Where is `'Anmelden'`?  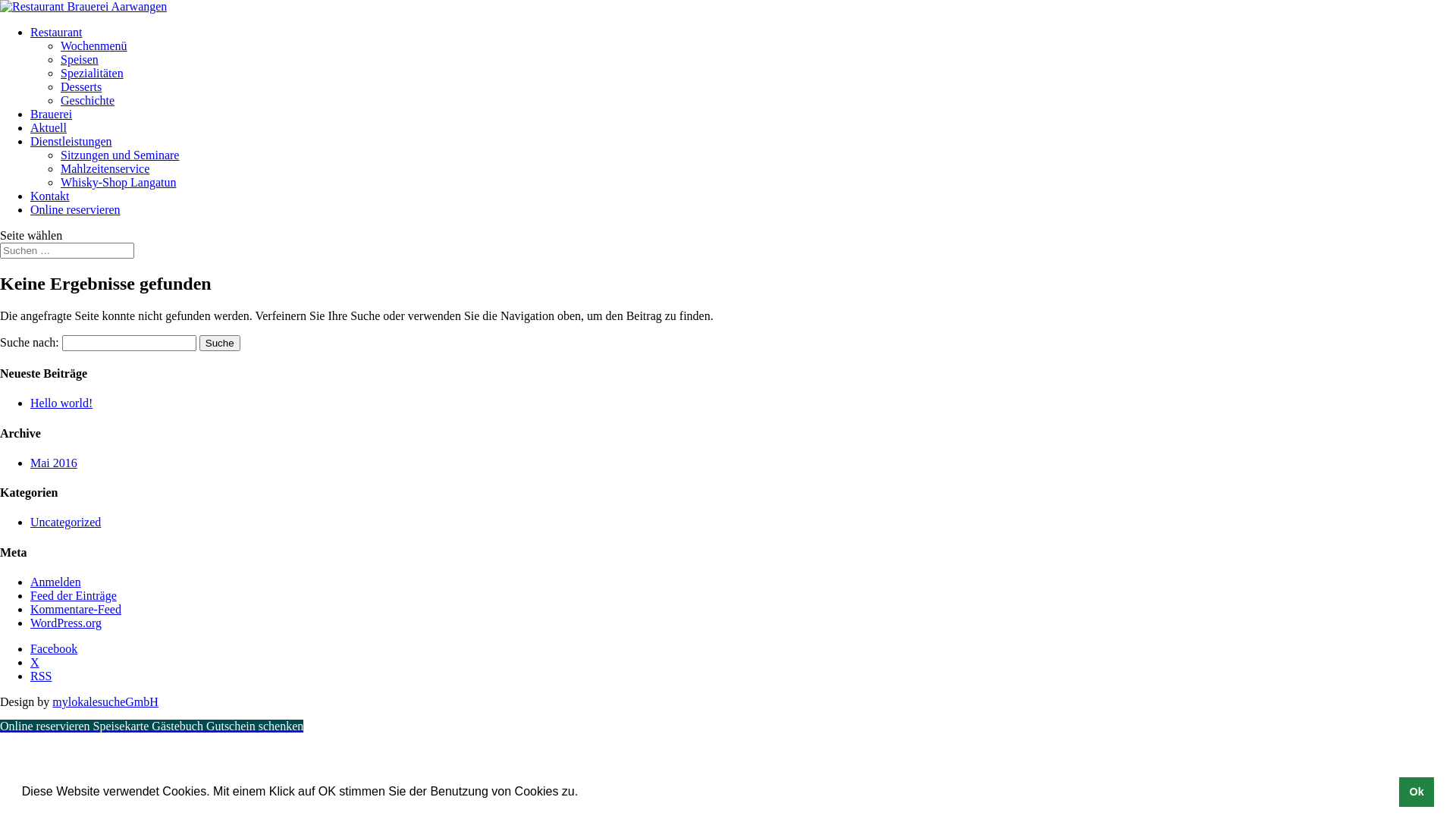 'Anmelden' is located at coordinates (55, 581).